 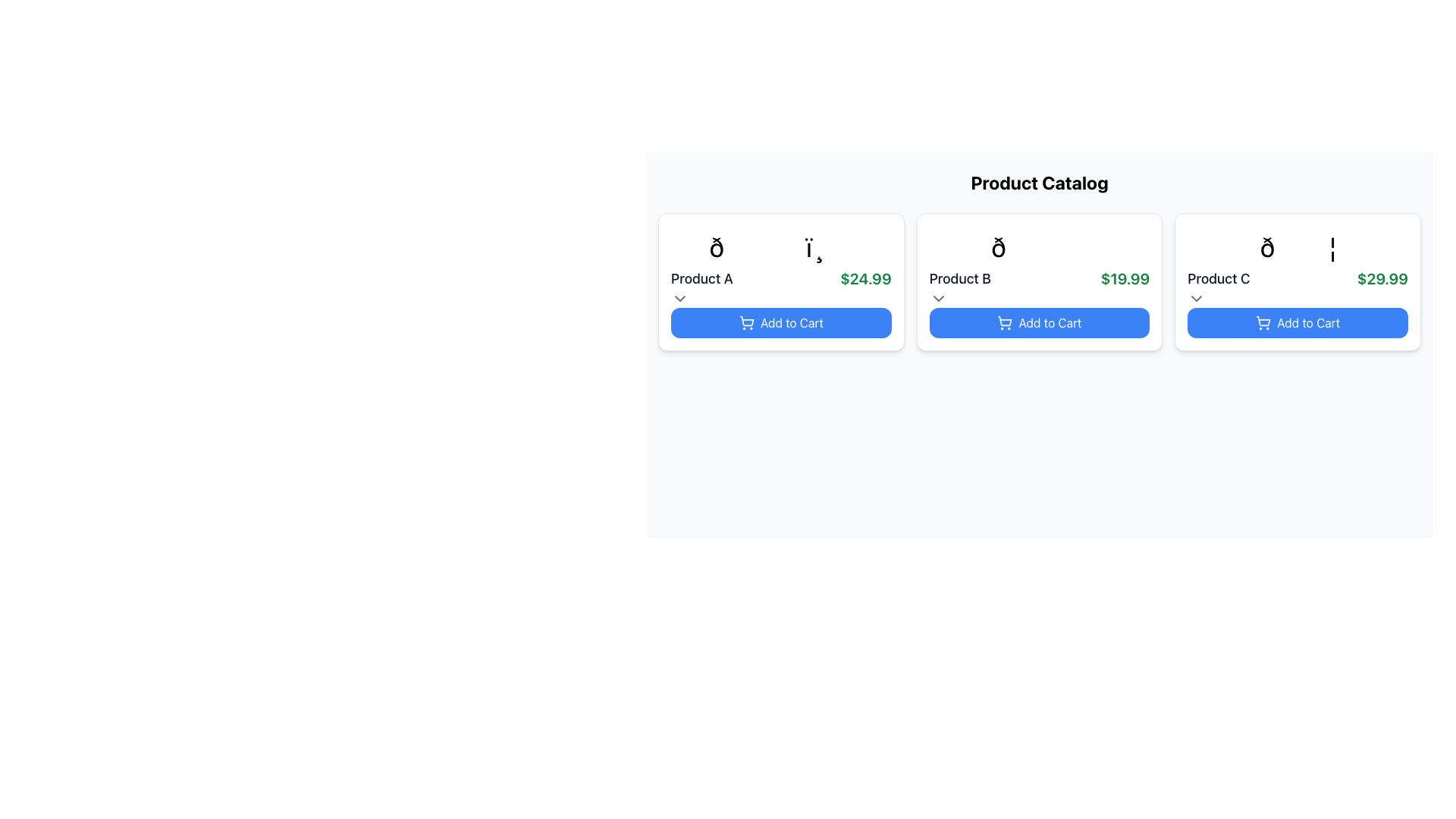 What do you see at coordinates (937, 298) in the screenshot?
I see `the dropdown toggle icon located in the second card of the Product Catalog, below 'Product B' and above the 'Add to Cart' button` at bounding box center [937, 298].